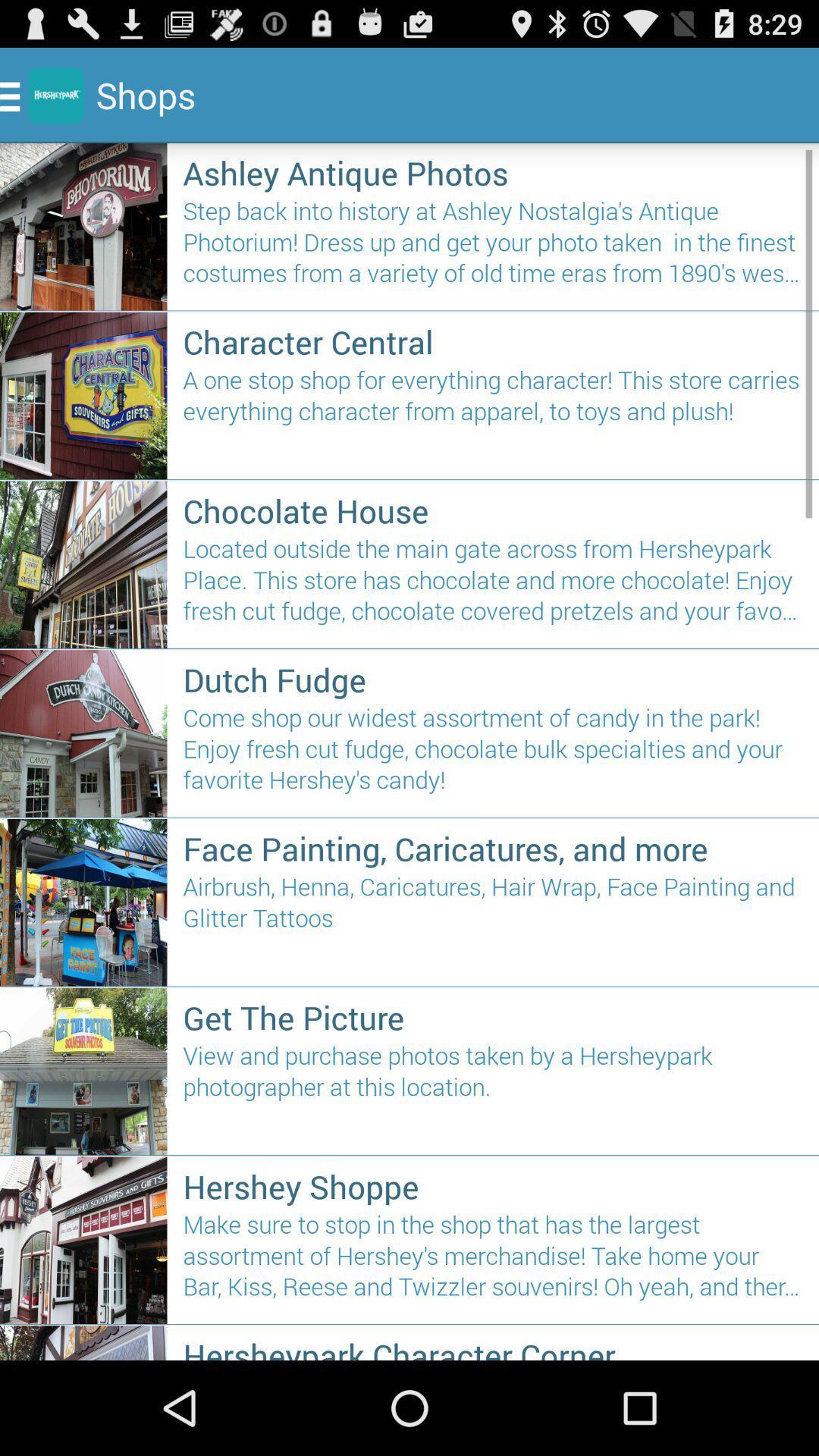  I want to click on the item above character central icon, so click(493, 248).